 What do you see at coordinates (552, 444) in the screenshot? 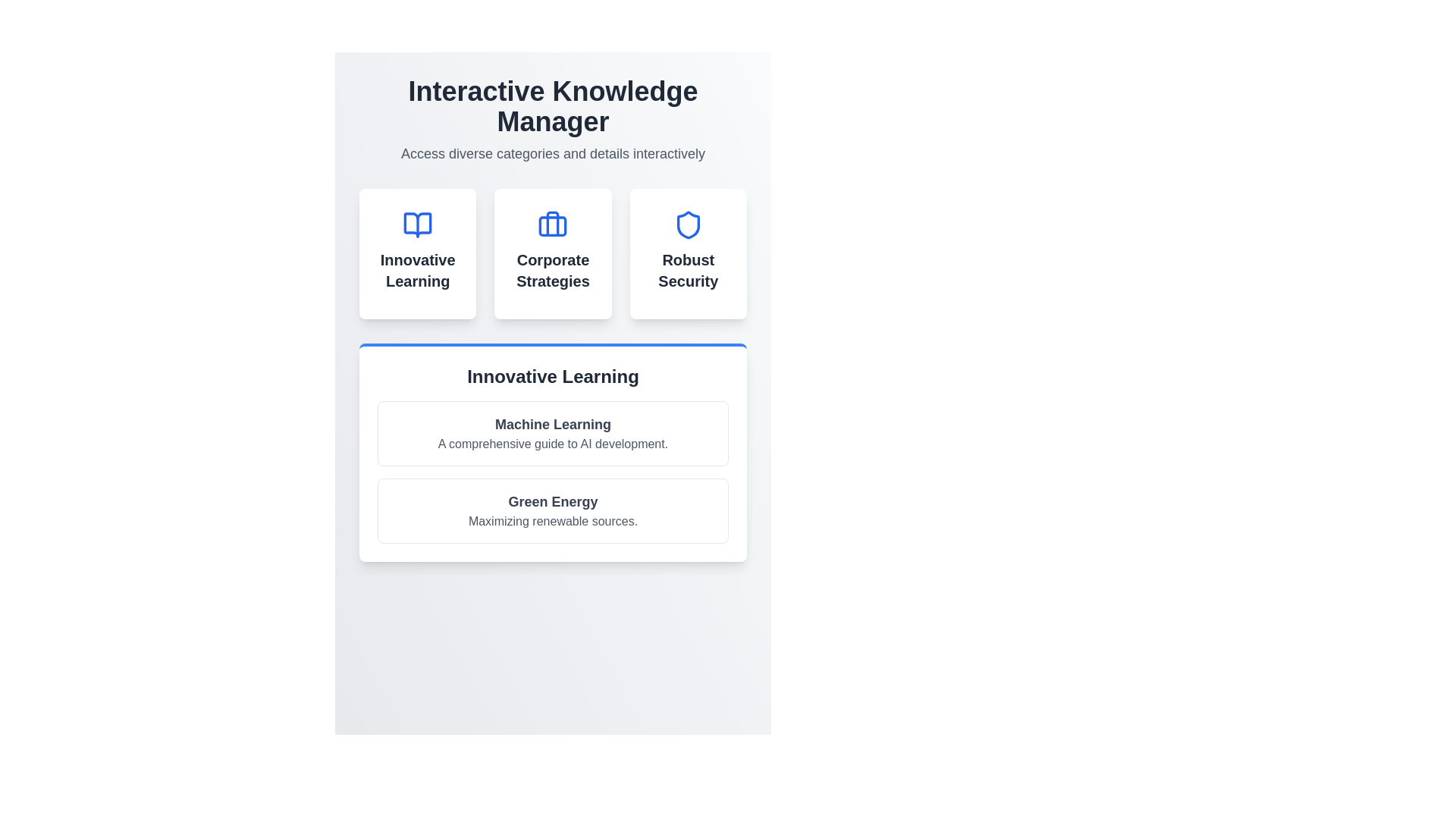
I see `the text label containing 'A comprehensive guide to AI development.' which is positioned below the heading 'Machine Learning' in a bordered and rounded rectangular card` at bounding box center [552, 444].